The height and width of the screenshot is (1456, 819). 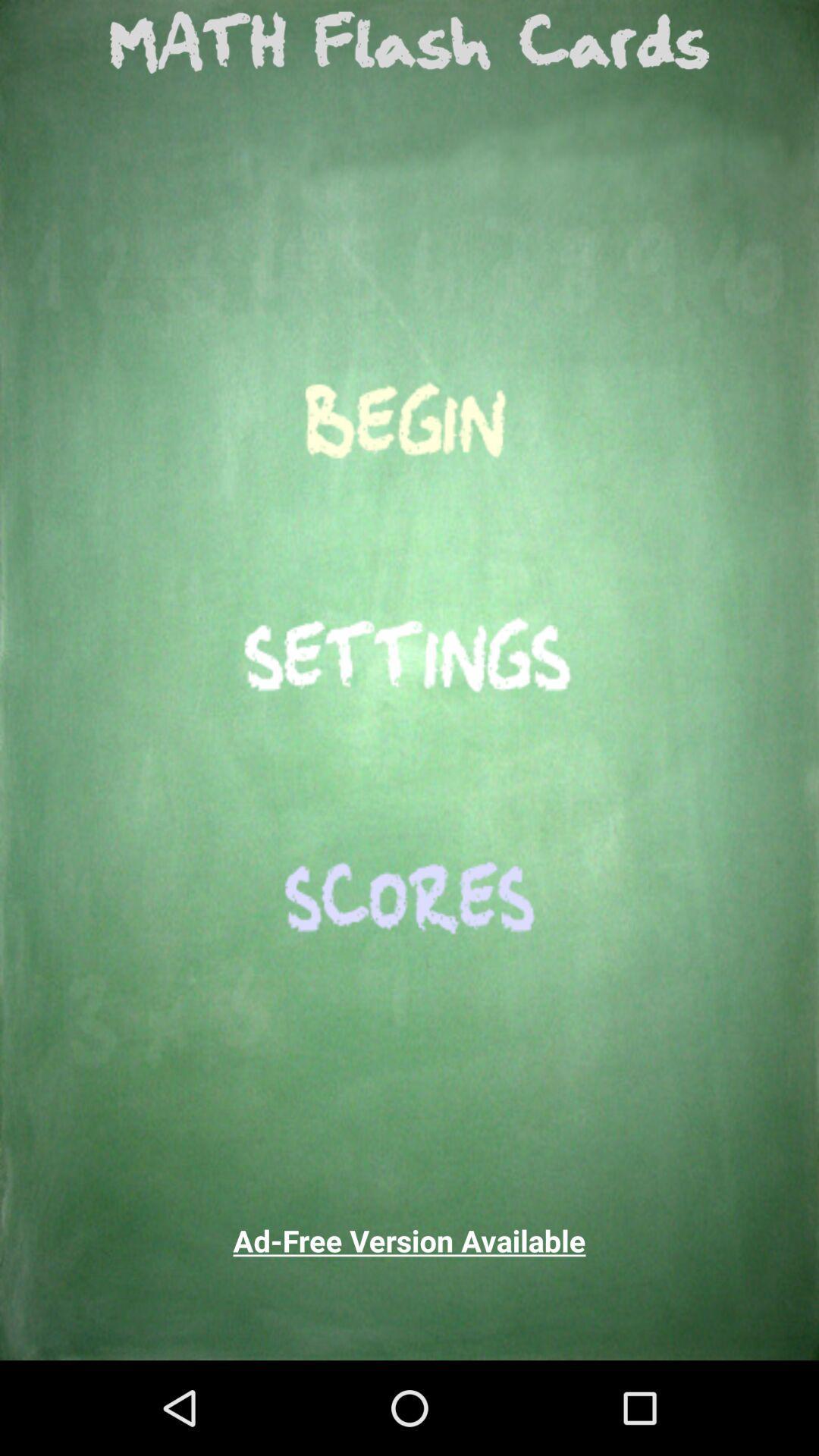 I want to click on the ad free version, so click(x=409, y=1241).